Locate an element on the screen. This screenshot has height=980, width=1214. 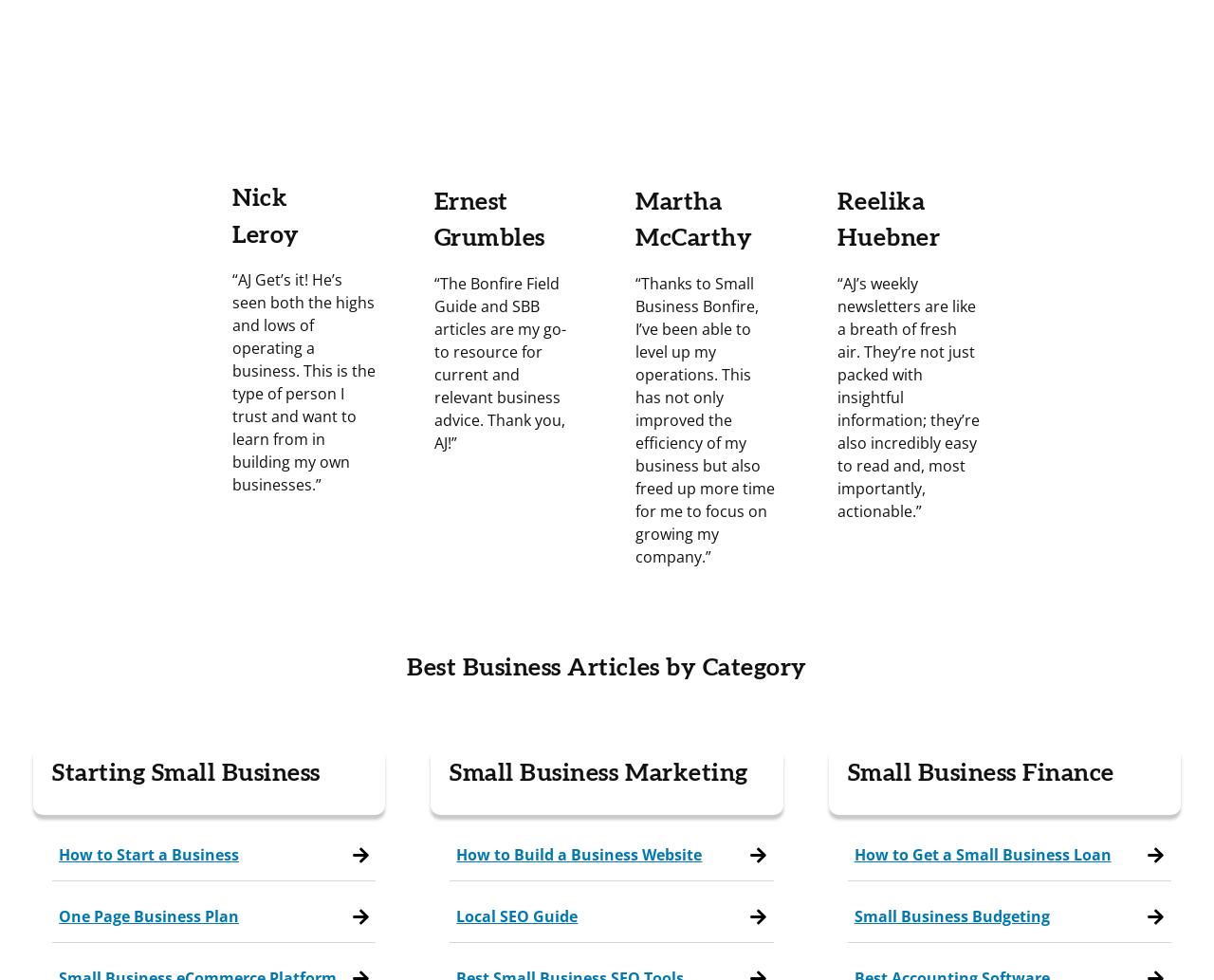
'Local SEO Guide' is located at coordinates (456, 915).